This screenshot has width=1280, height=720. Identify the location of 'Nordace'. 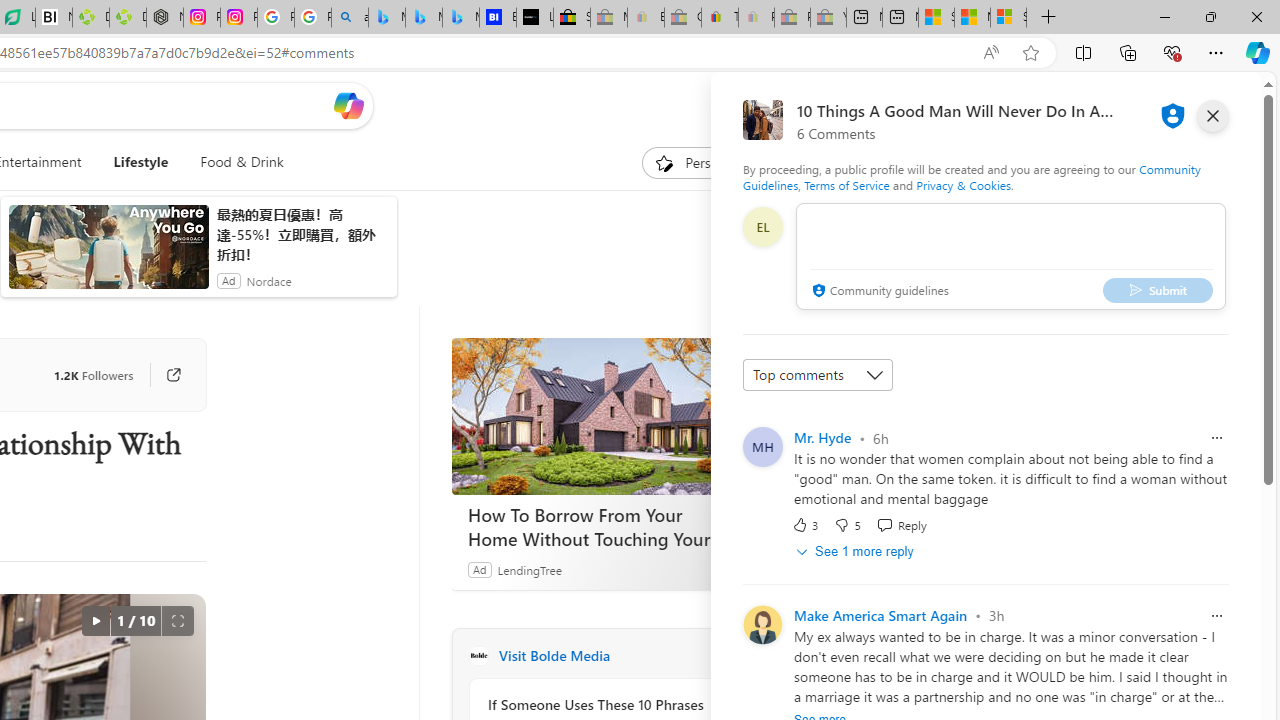
(267, 280).